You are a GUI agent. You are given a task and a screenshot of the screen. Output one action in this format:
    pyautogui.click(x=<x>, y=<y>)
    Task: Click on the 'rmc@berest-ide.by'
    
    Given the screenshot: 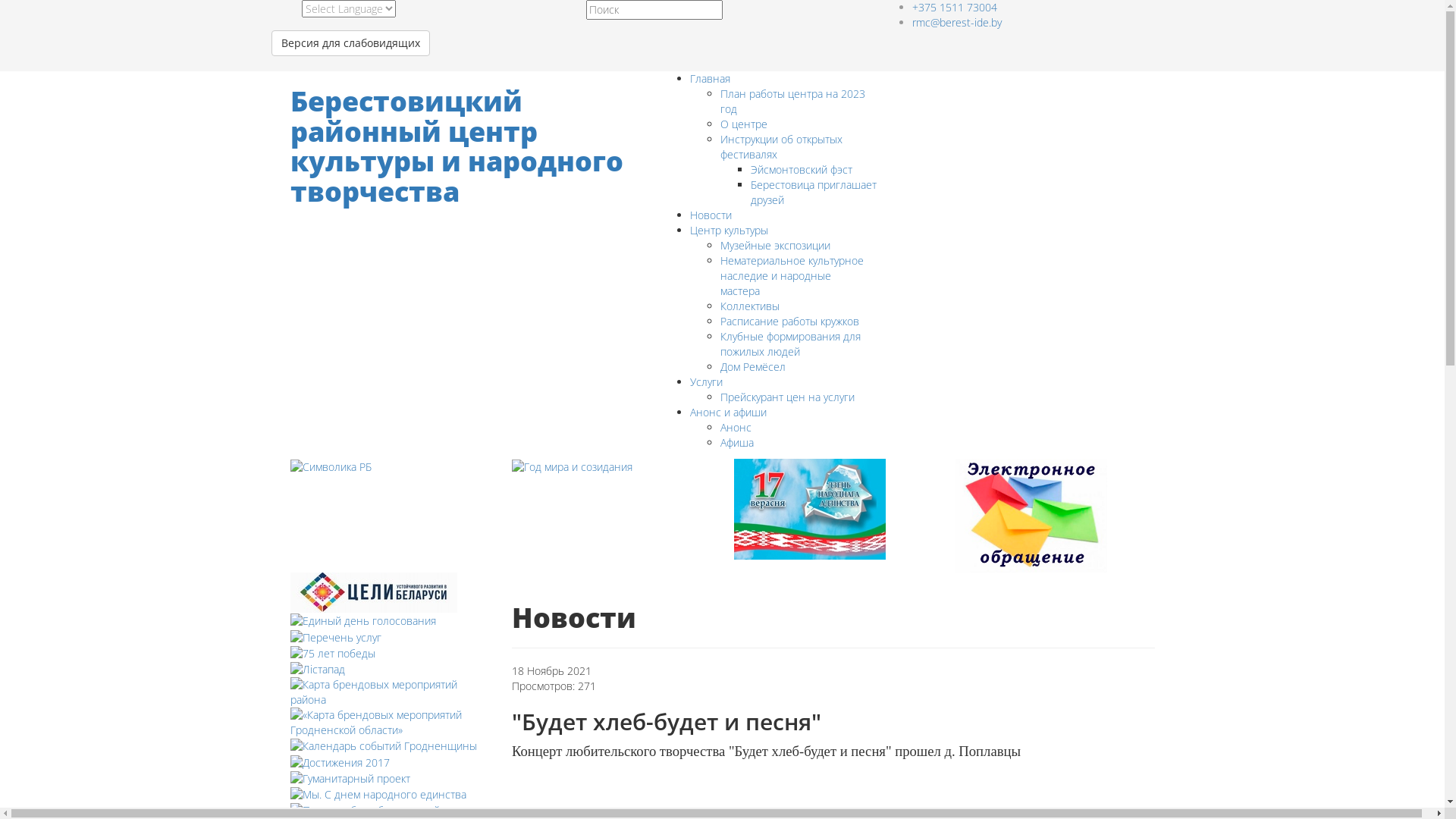 What is the action you would take?
    pyautogui.click(x=955, y=22)
    